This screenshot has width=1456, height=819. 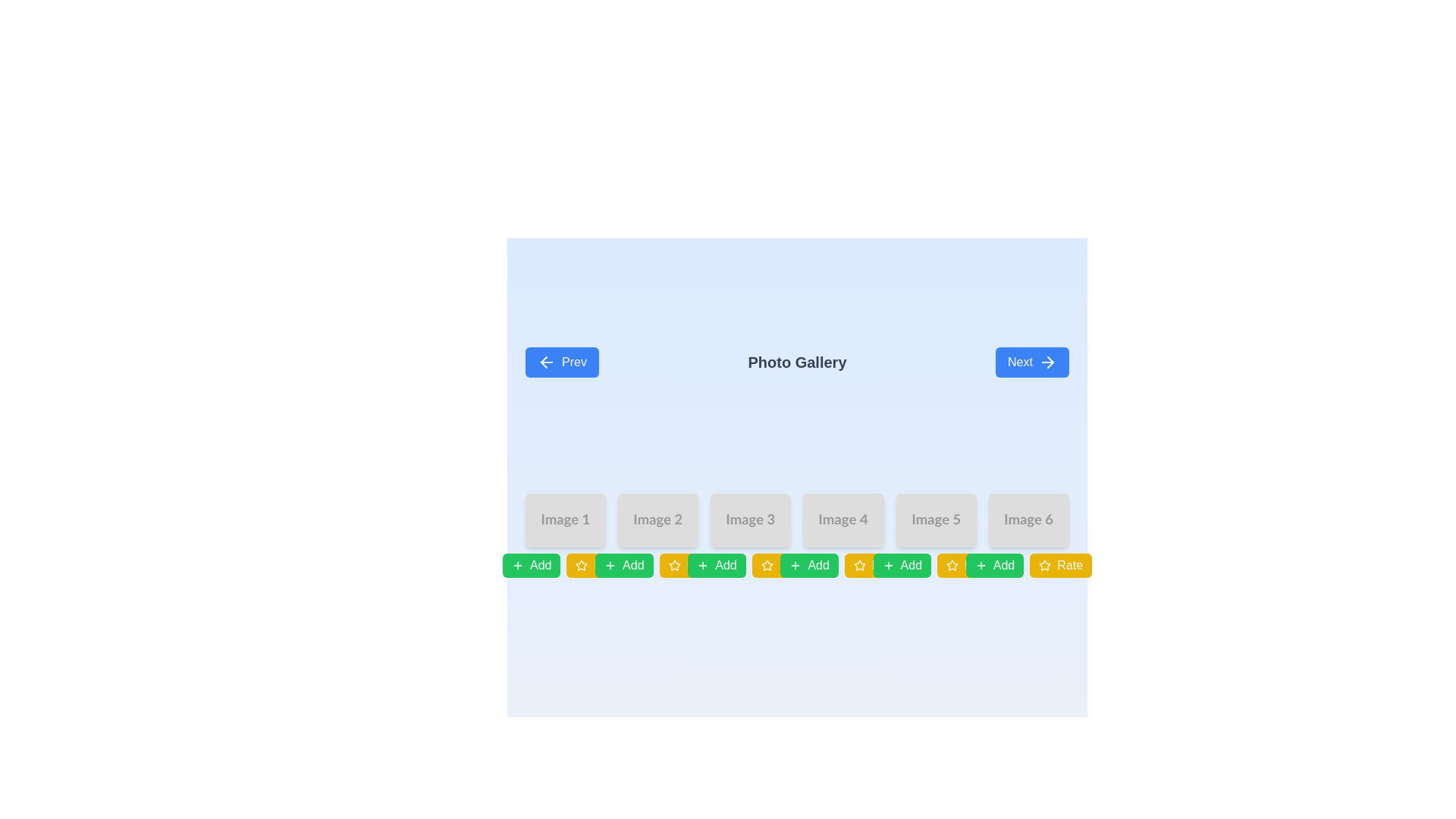 What do you see at coordinates (607, 565) in the screenshot?
I see `text label on the yellow 'Rate' button, which indicates its function related to rating` at bounding box center [607, 565].